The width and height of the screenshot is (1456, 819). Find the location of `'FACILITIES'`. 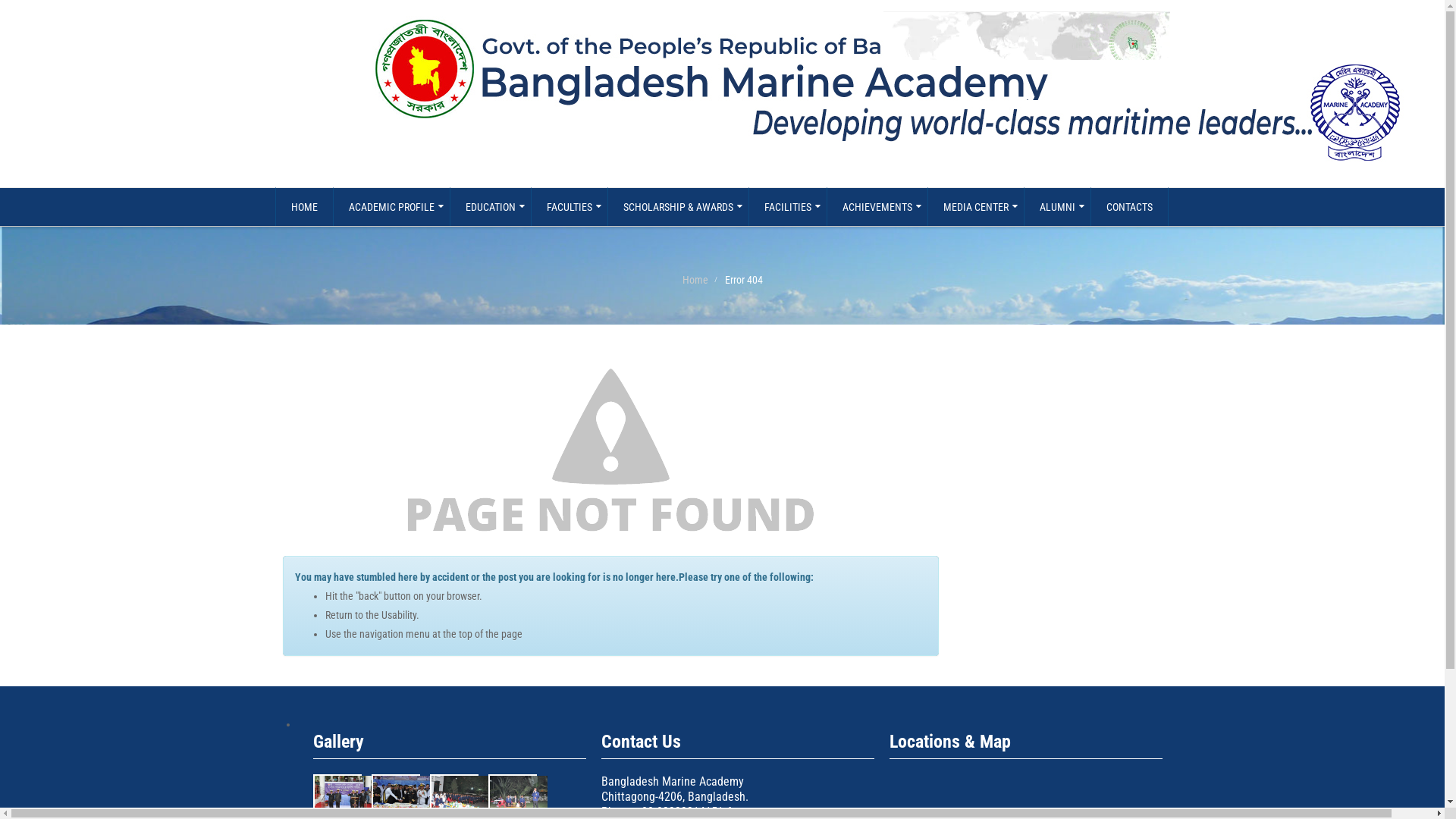

'FACILITIES' is located at coordinates (786, 207).